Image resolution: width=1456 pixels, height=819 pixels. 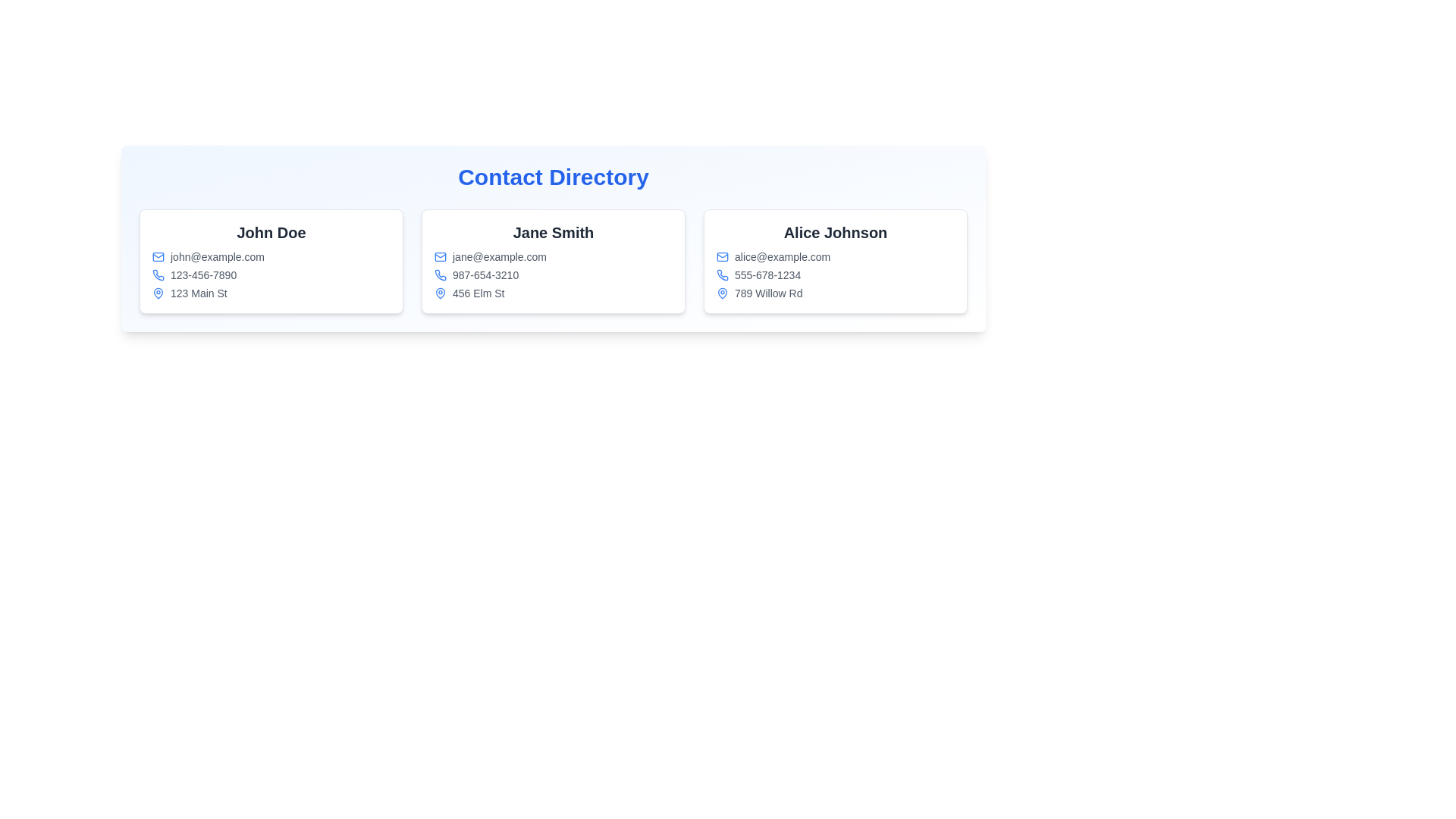 I want to click on the content of the header displaying 'Jane Smith' in the contact details card located in the middle column, so click(x=552, y=233).